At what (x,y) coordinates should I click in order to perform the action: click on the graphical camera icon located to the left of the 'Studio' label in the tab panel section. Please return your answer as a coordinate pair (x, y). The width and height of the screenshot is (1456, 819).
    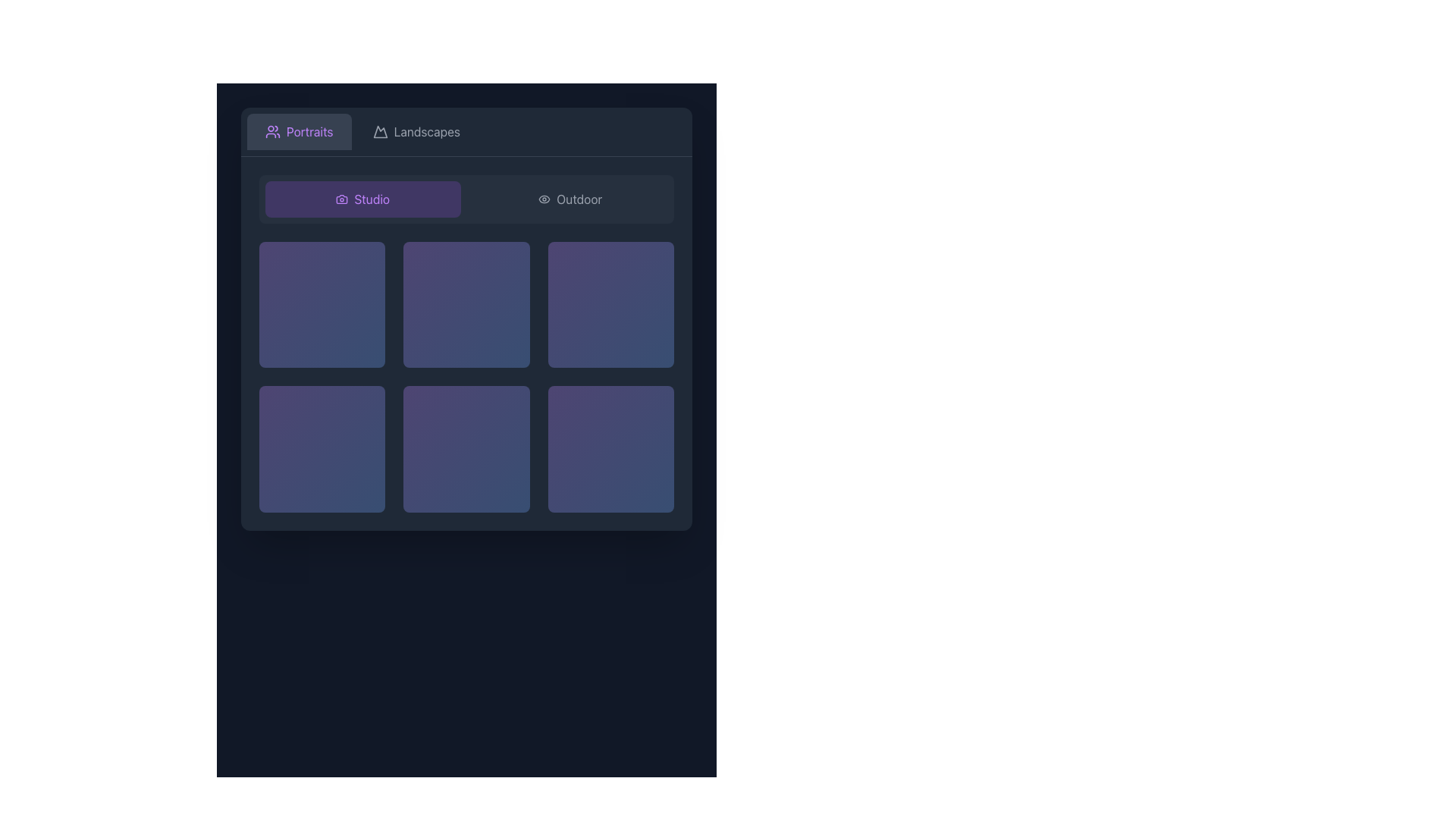
    Looking at the image, I should click on (341, 198).